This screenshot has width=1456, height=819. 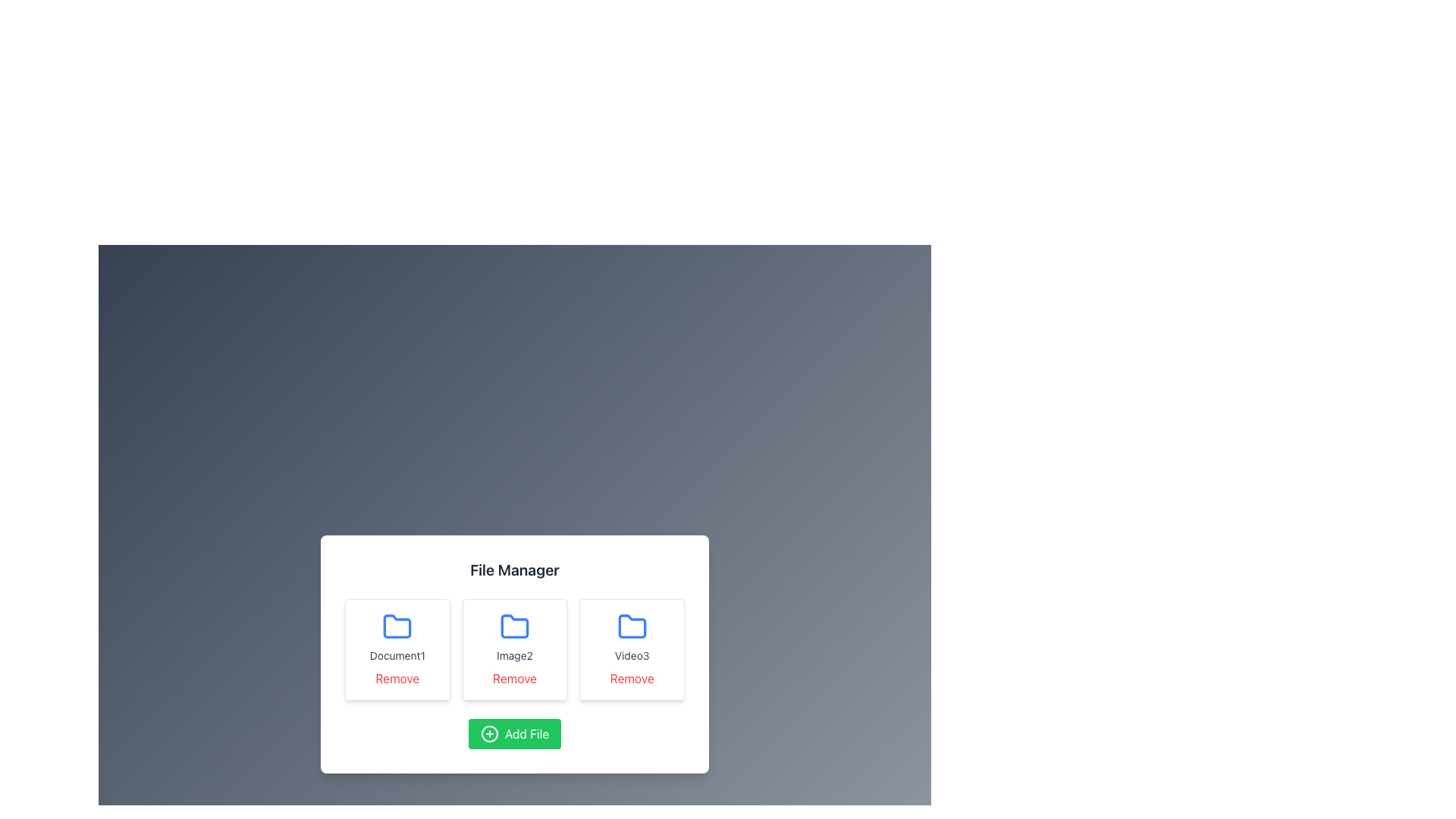 What do you see at coordinates (397, 626) in the screenshot?
I see `the vibrant blue folder icon with rounded edges located` at bounding box center [397, 626].